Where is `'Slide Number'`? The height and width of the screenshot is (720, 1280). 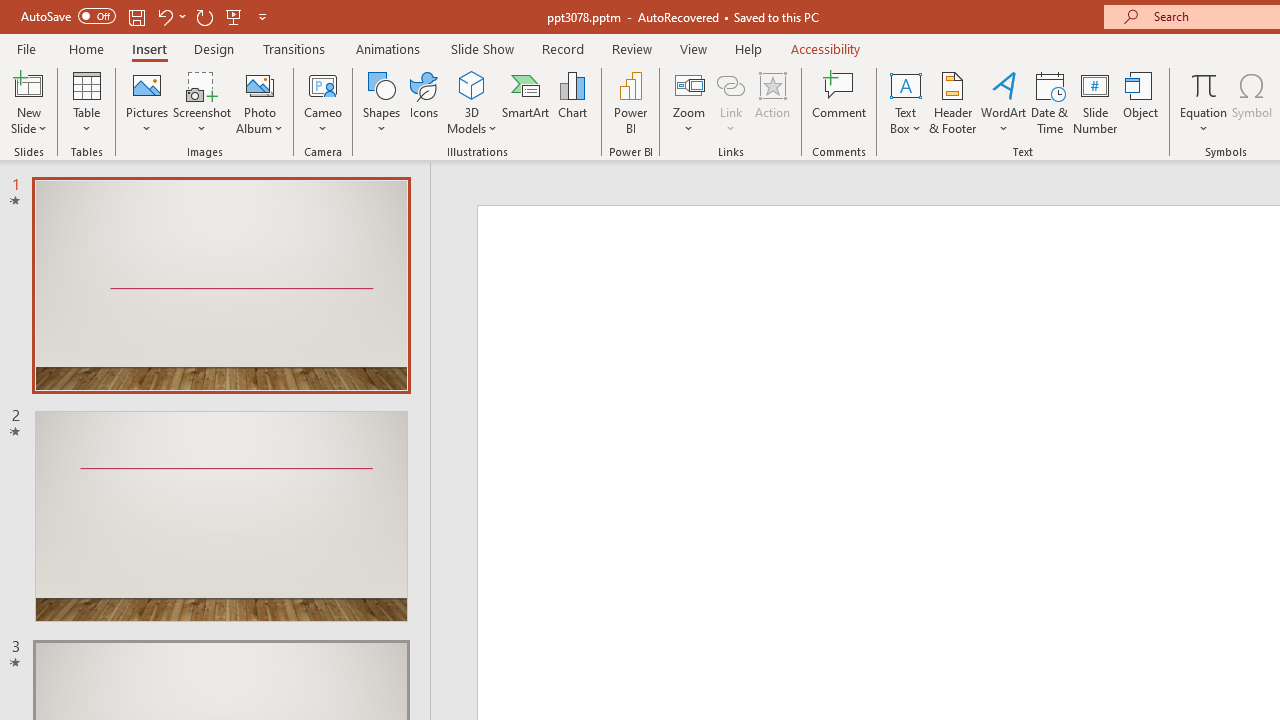 'Slide Number' is located at coordinates (1094, 103).